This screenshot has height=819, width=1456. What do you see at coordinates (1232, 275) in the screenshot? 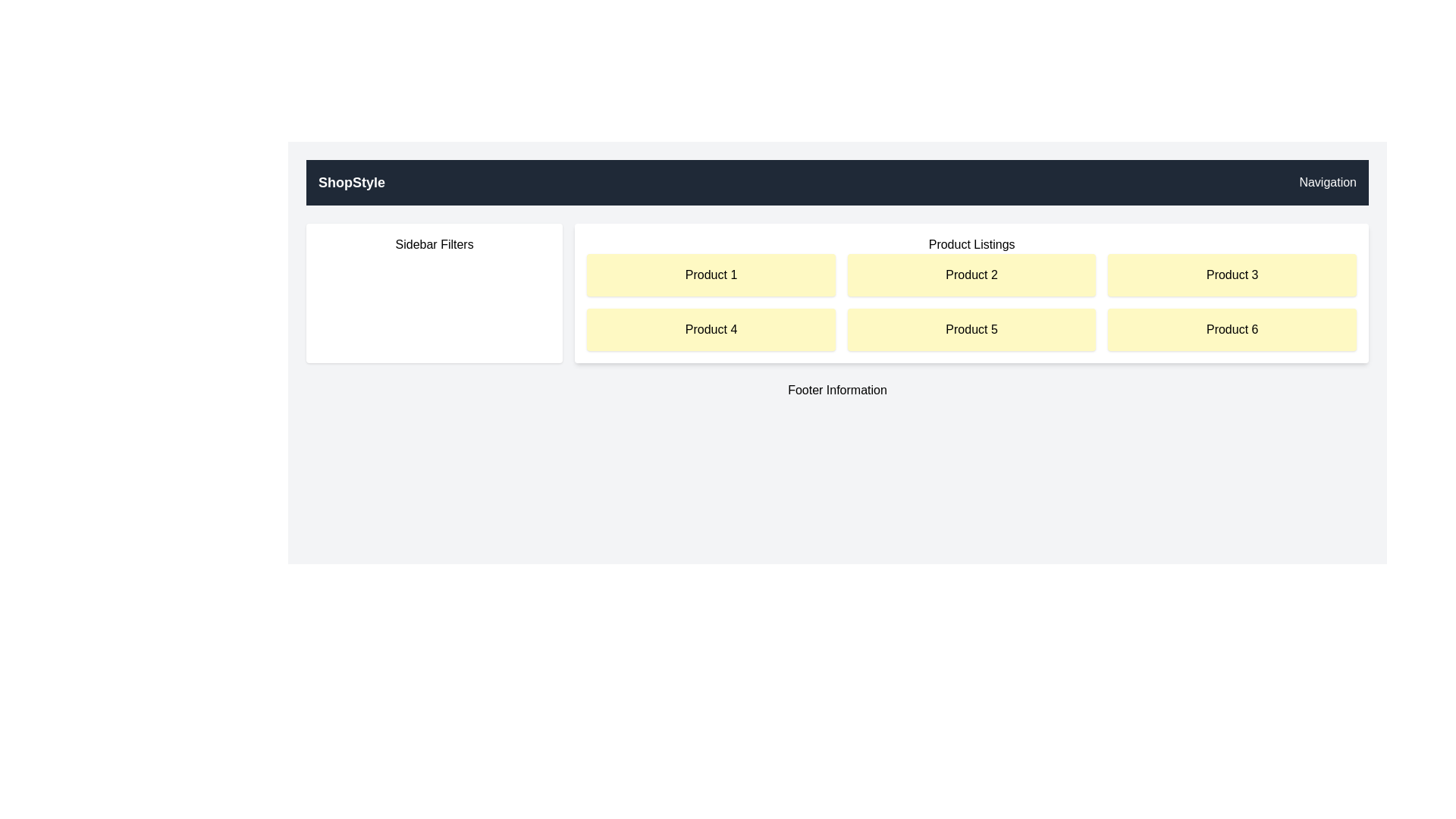
I see `the non-interactive text label displaying 'Product 3', which is located in the third position of a 2x3 grid, right of 'Product 2' and above 'Product 6'` at bounding box center [1232, 275].